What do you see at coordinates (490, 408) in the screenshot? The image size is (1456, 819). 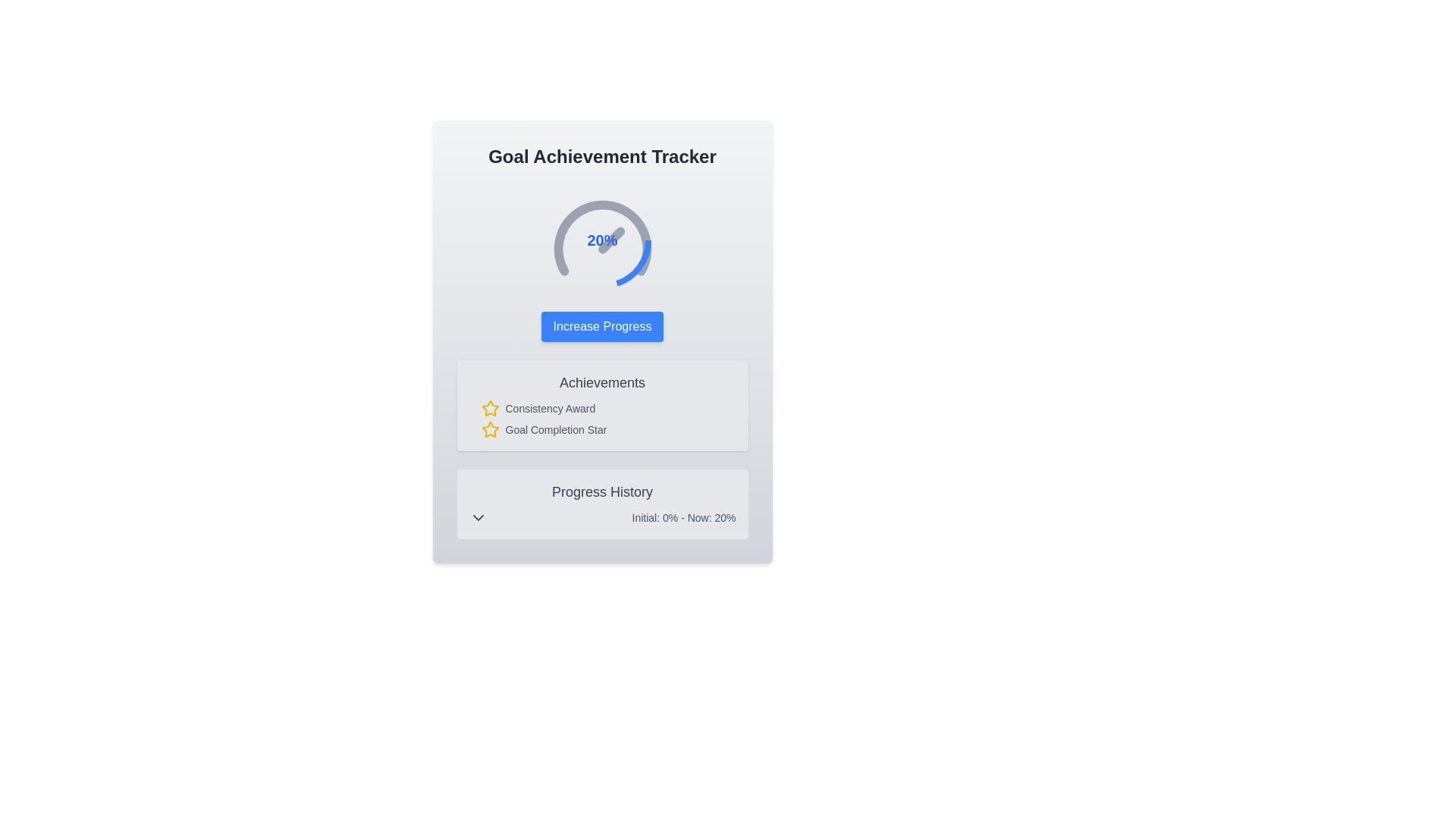 I see `the decorative icon that serves as a marker for the 'Consistency Award' text, located to the left of the text and vertically centered within the text block` at bounding box center [490, 408].